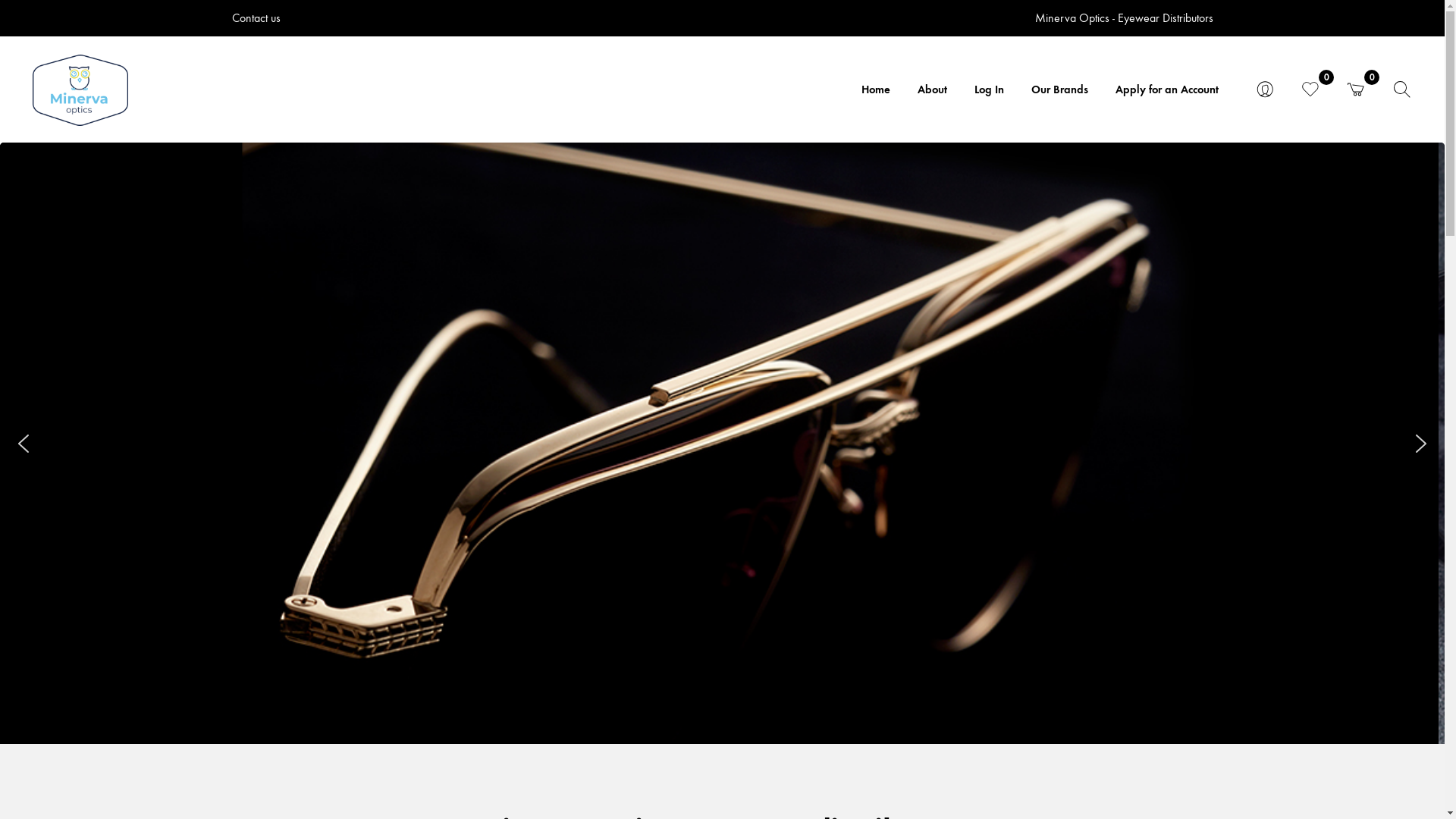 The width and height of the screenshot is (1456, 819). What do you see at coordinates (1356, 90) in the screenshot?
I see `'0'` at bounding box center [1356, 90].